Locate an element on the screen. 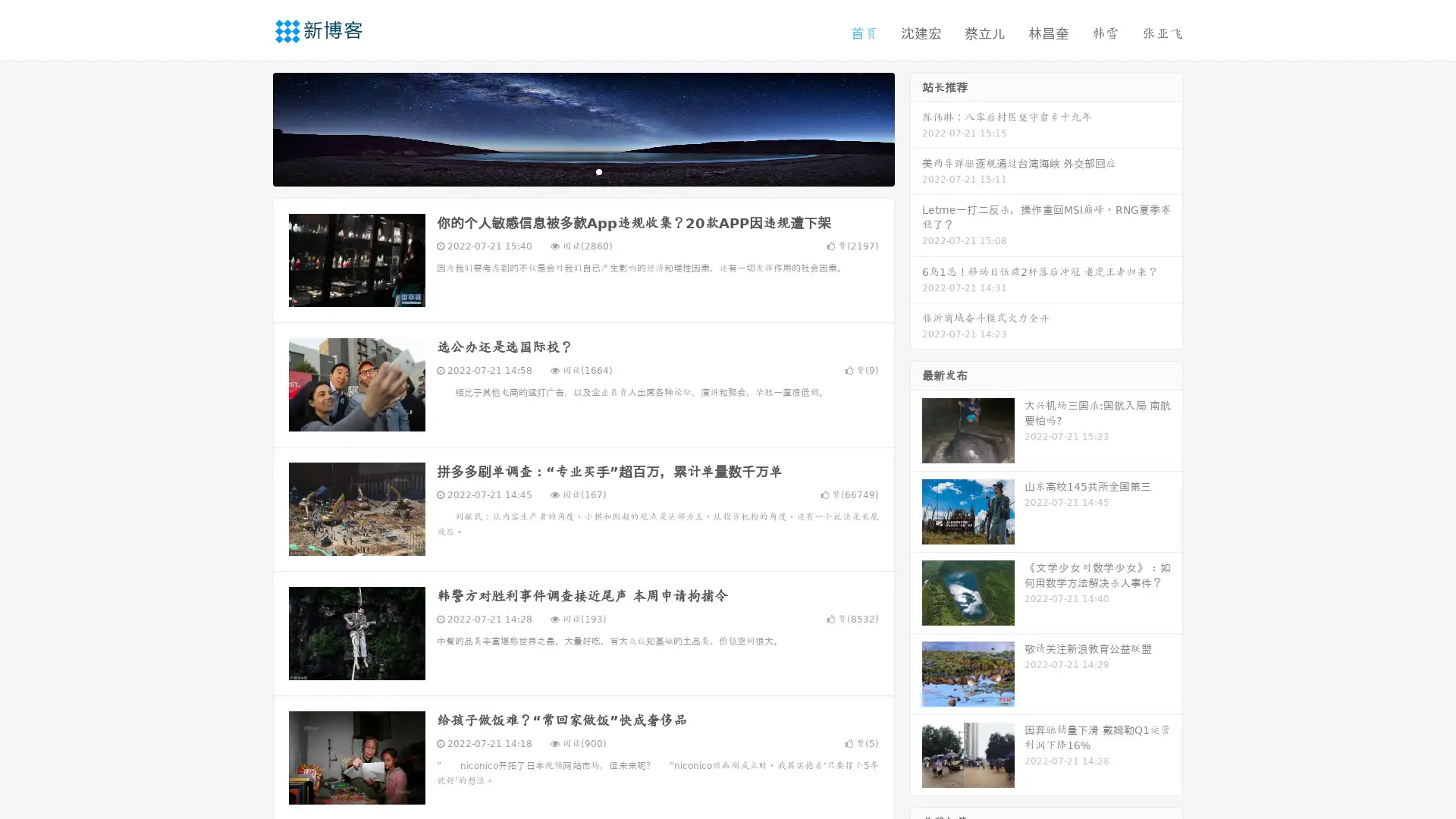 The height and width of the screenshot is (819, 1456). Next slide is located at coordinates (916, 127).